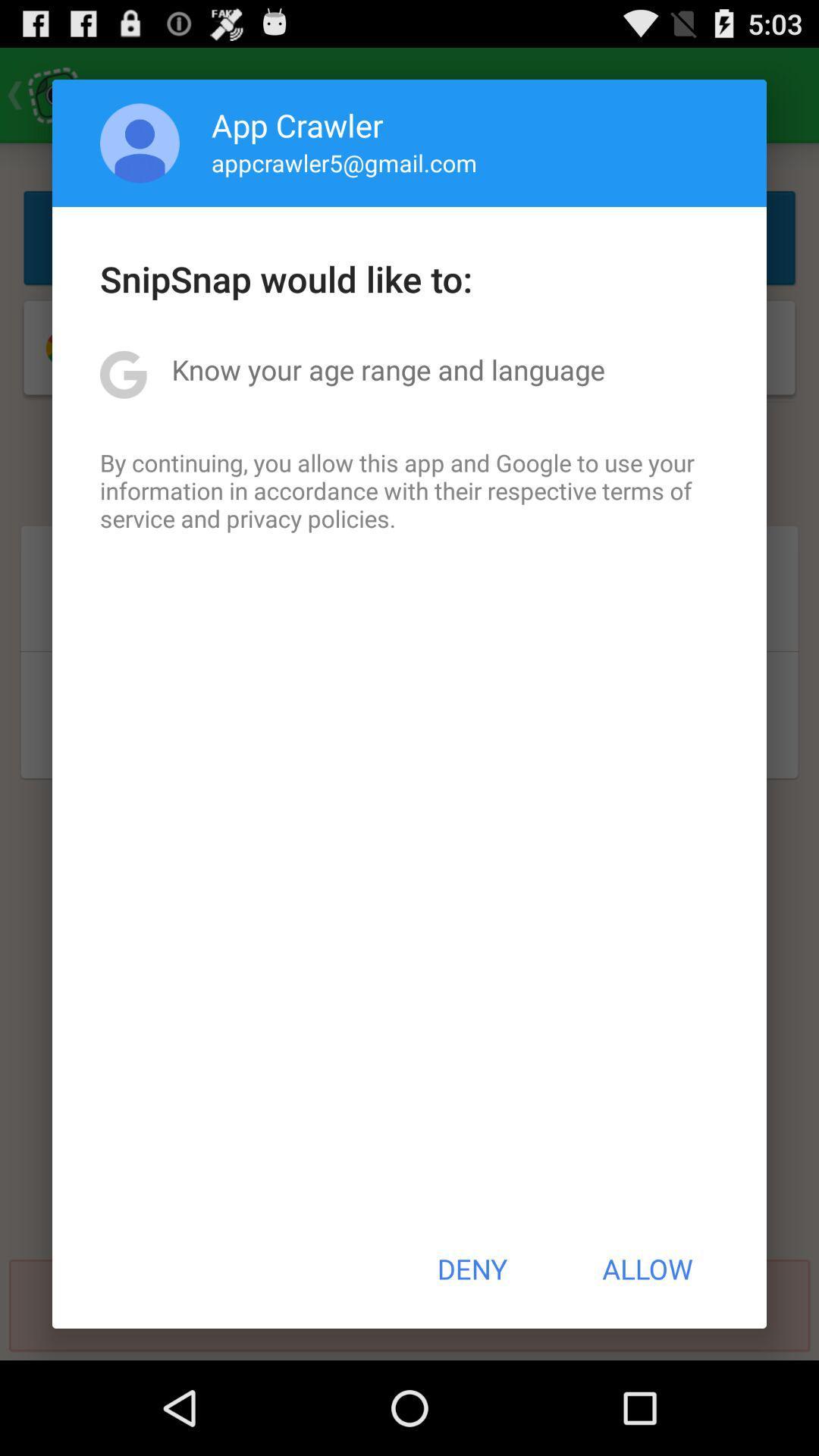 This screenshot has height=1456, width=819. I want to click on deny button, so click(471, 1269).